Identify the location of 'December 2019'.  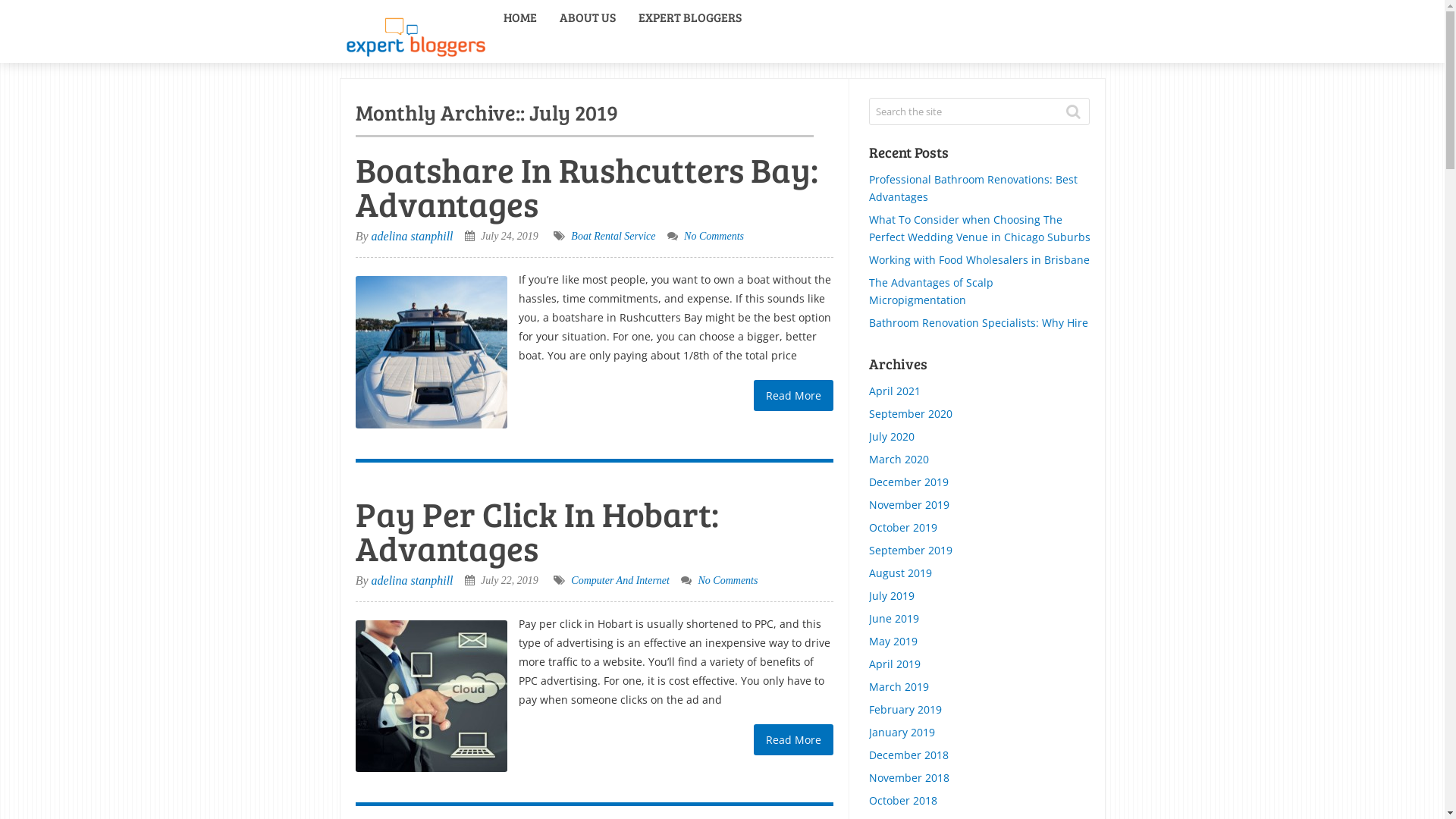
(908, 482).